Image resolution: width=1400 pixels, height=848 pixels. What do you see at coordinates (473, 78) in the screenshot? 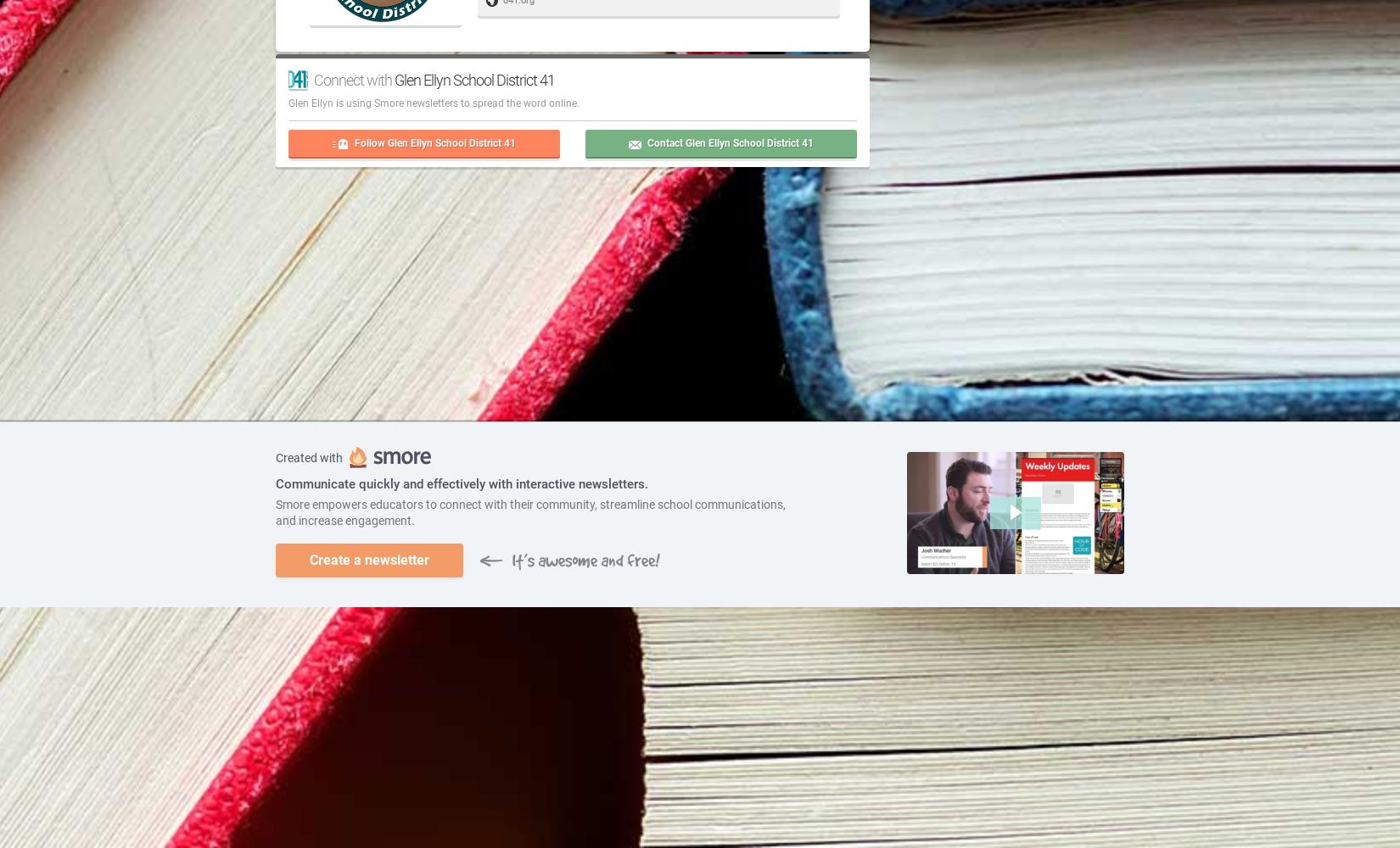
I see `'Glen Ellyn School District 41'` at bounding box center [473, 78].